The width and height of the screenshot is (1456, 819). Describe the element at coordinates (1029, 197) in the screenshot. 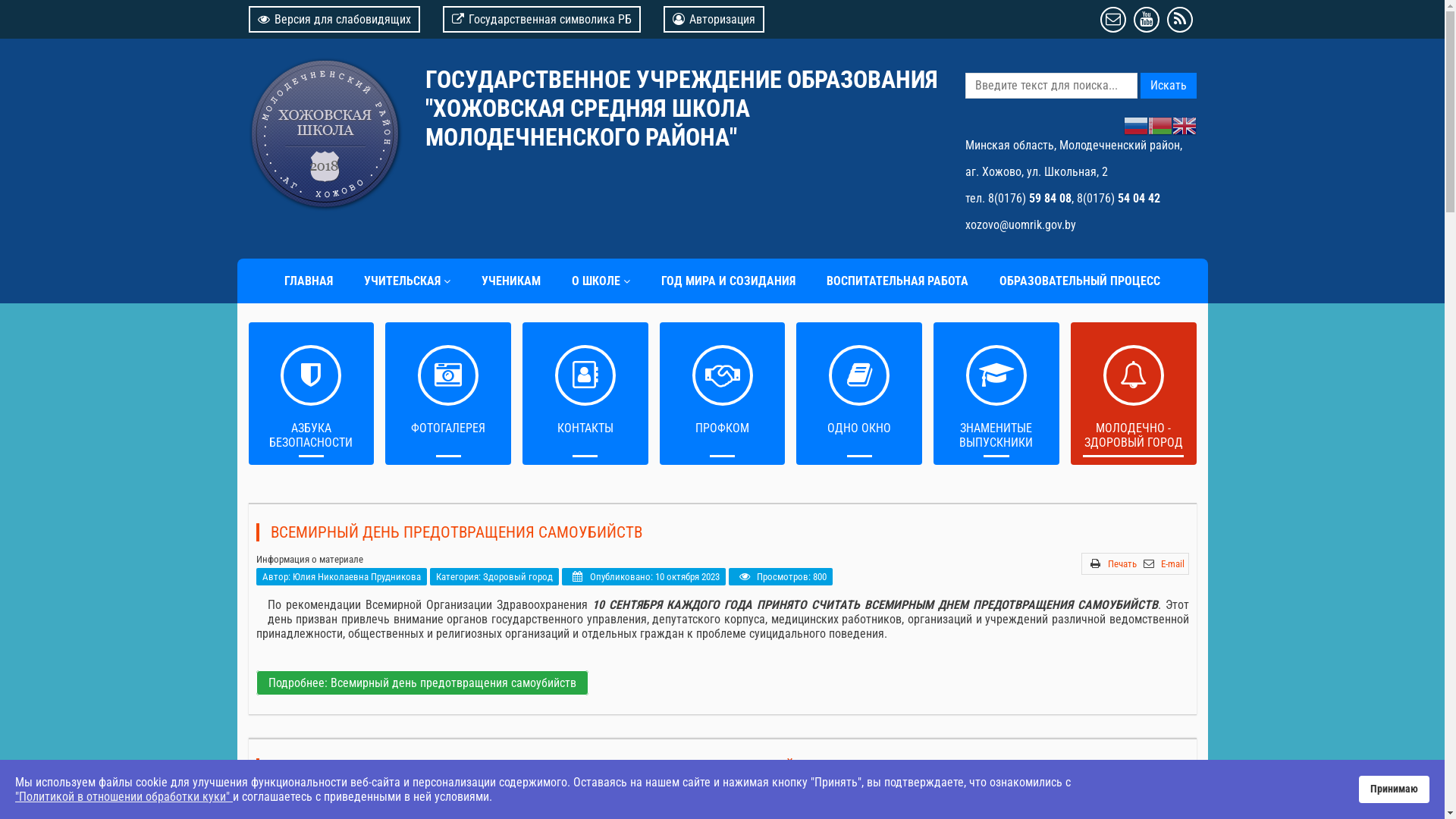

I see `'8(0176) 59 84 08'` at that location.